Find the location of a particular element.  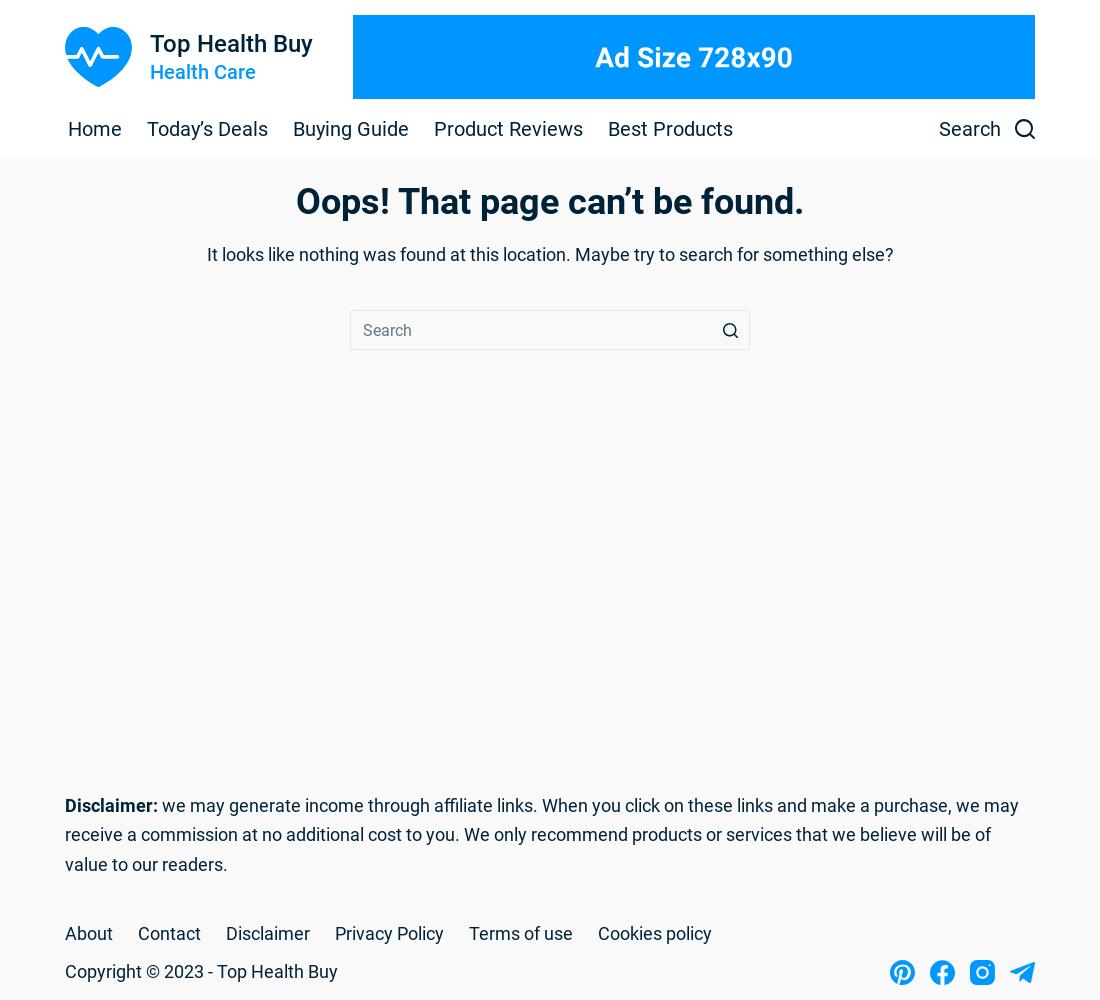

'Cookies policy' is located at coordinates (655, 932).